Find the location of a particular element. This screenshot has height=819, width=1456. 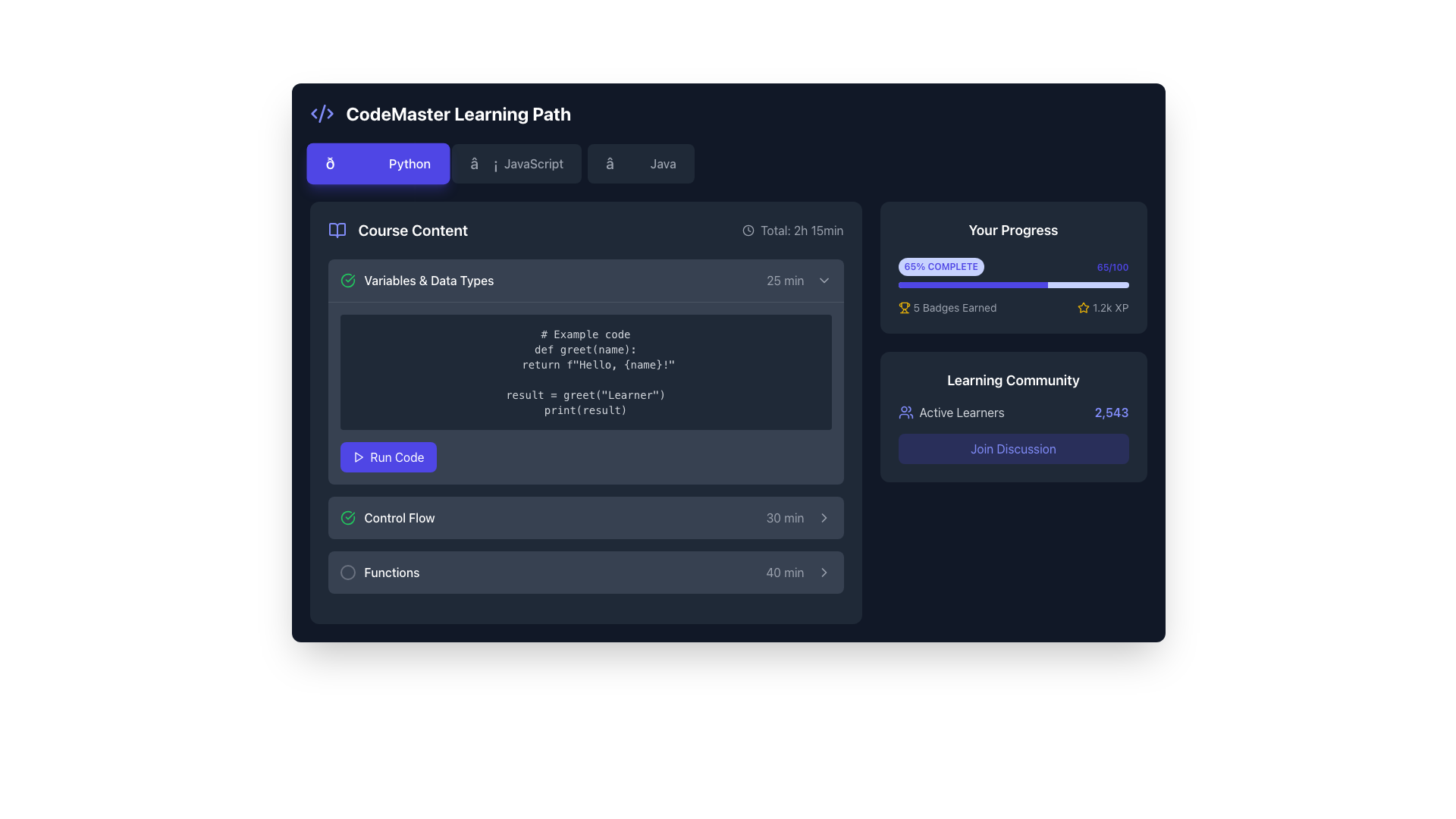

completion details from the Progress Bar indicating 65% completion, located in the 'Your Progress' section is located at coordinates (1013, 270).